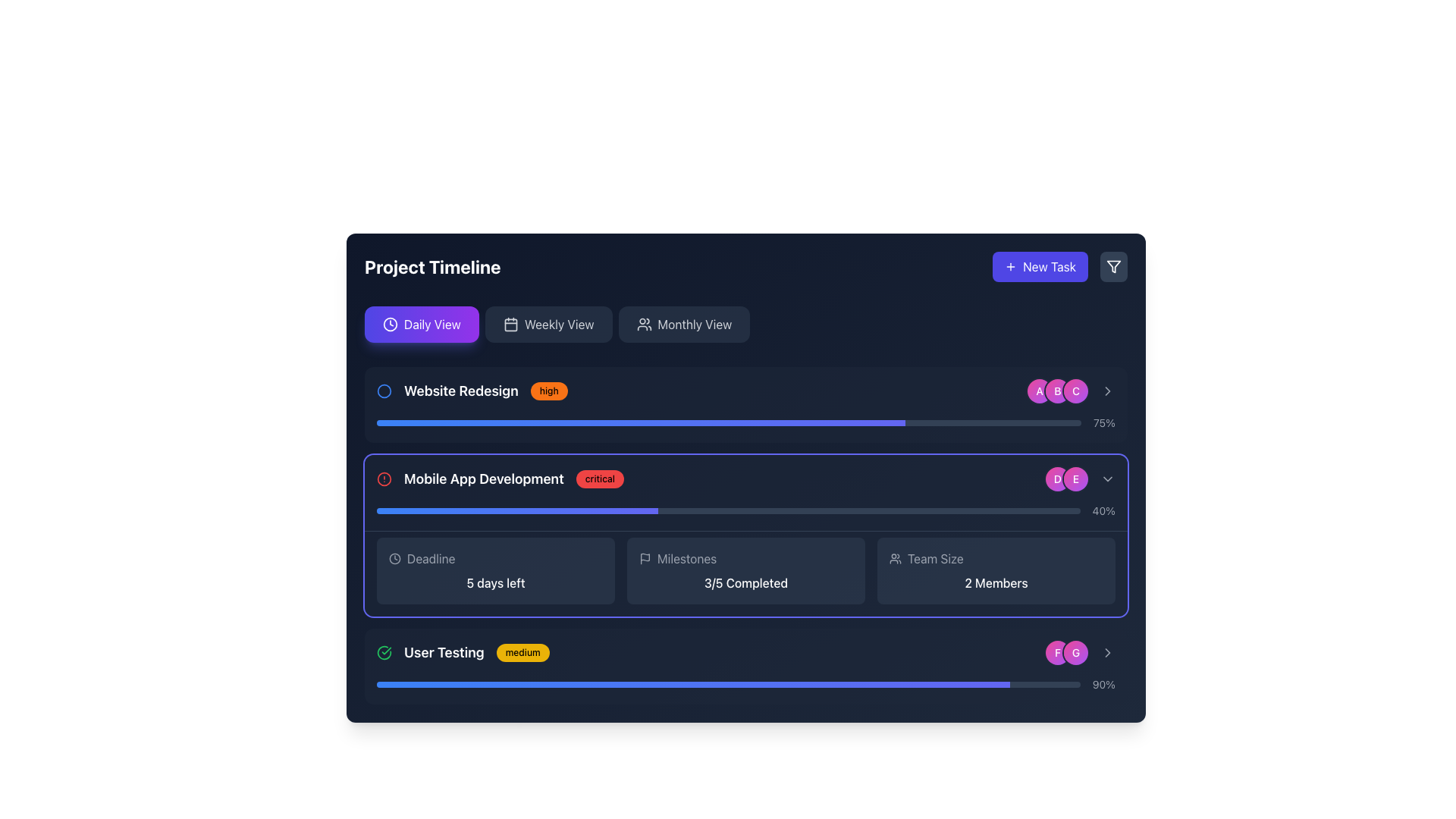 This screenshot has height=819, width=1456. I want to click on the text label indicating the deadline information for the 'Mobile App Development' section, so click(430, 558).